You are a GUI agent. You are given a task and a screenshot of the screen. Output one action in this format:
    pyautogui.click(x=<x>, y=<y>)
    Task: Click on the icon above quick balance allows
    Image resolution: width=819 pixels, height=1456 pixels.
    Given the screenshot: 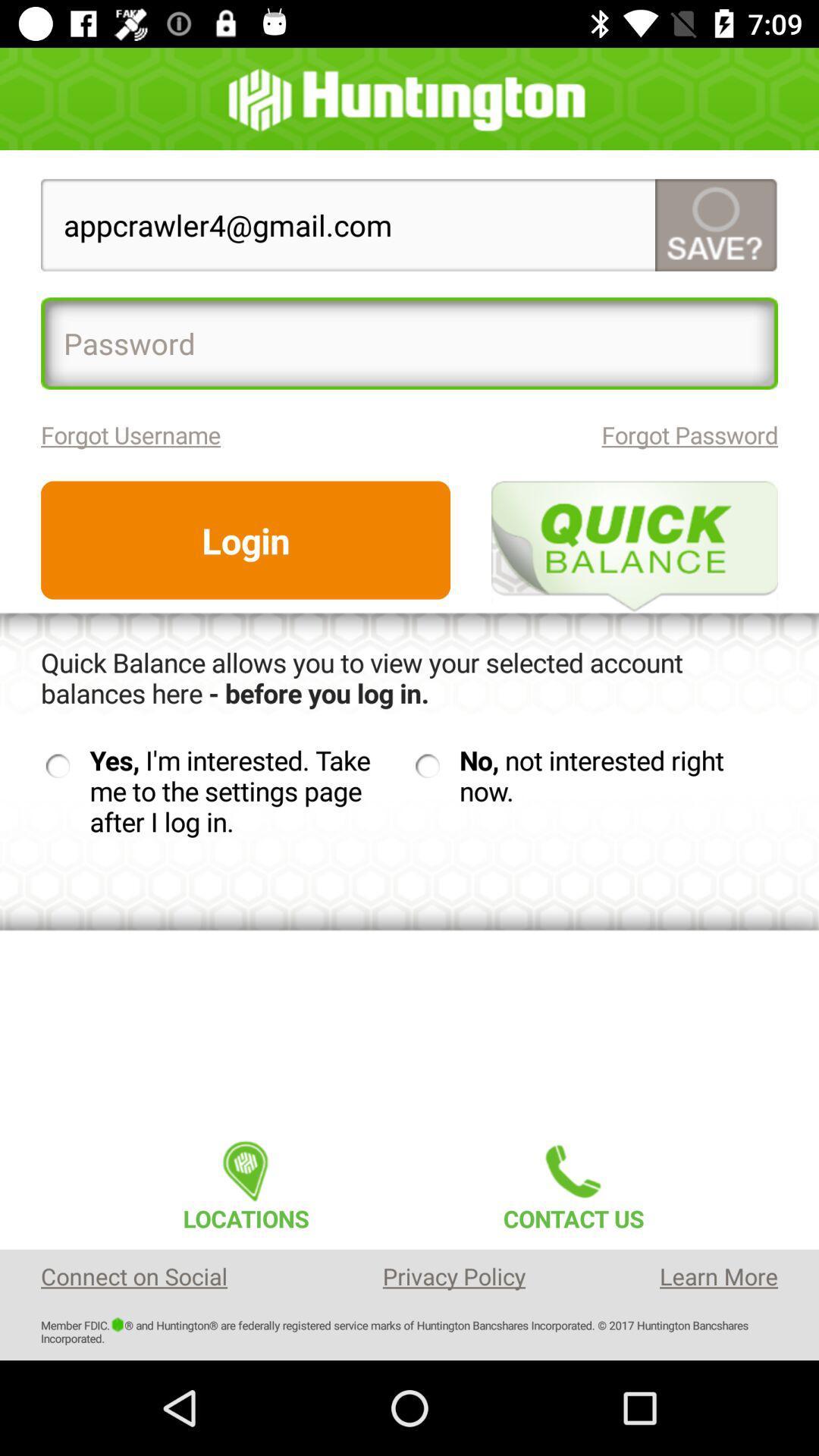 What is the action you would take?
    pyautogui.click(x=245, y=540)
    